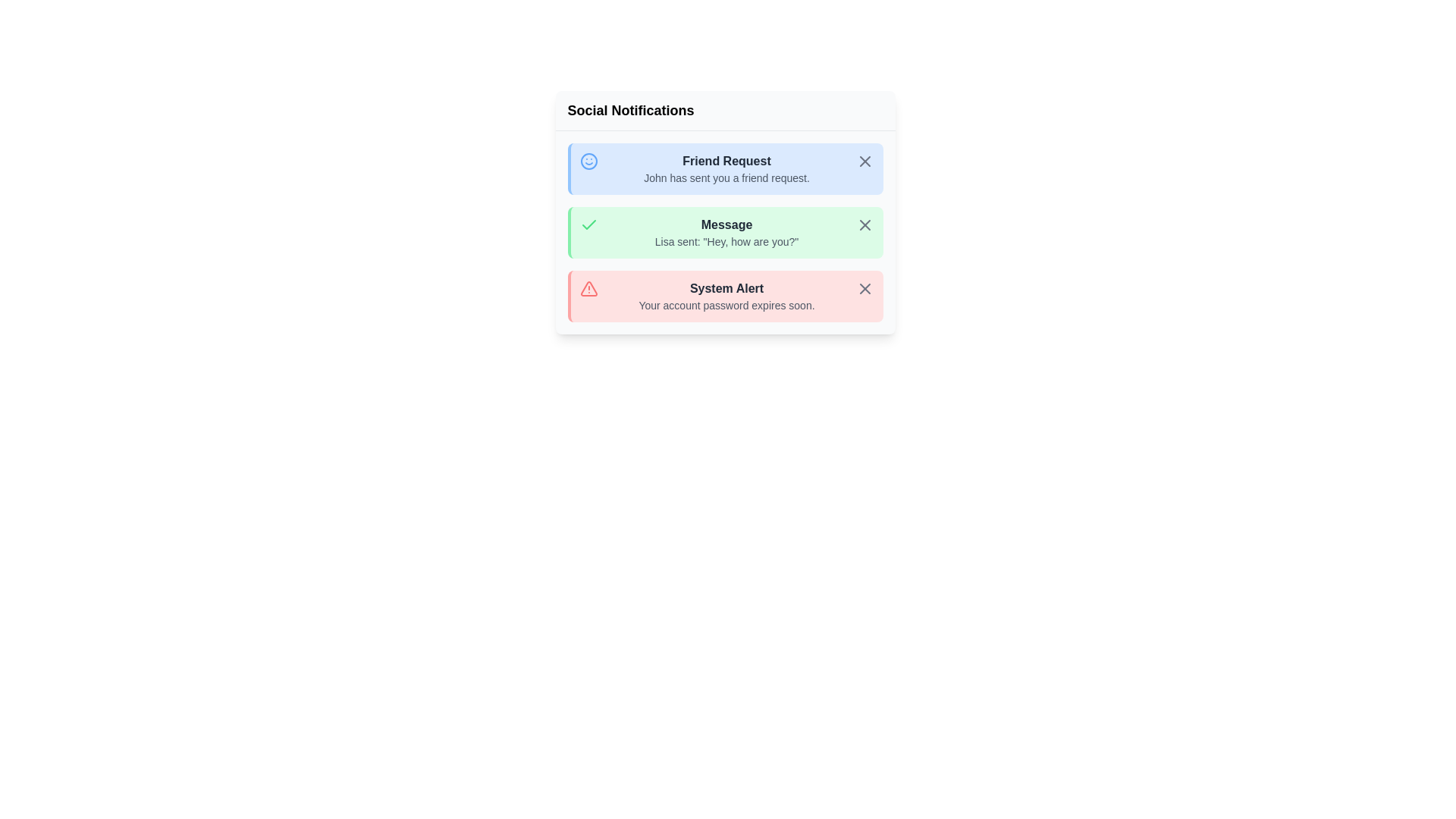 The image size is (1456, 819). I want to click on the Text Label at the top of the pale red notification box, which summarizes the content of the notification and is located above a small warning icon and a close button, so click(726, 289).